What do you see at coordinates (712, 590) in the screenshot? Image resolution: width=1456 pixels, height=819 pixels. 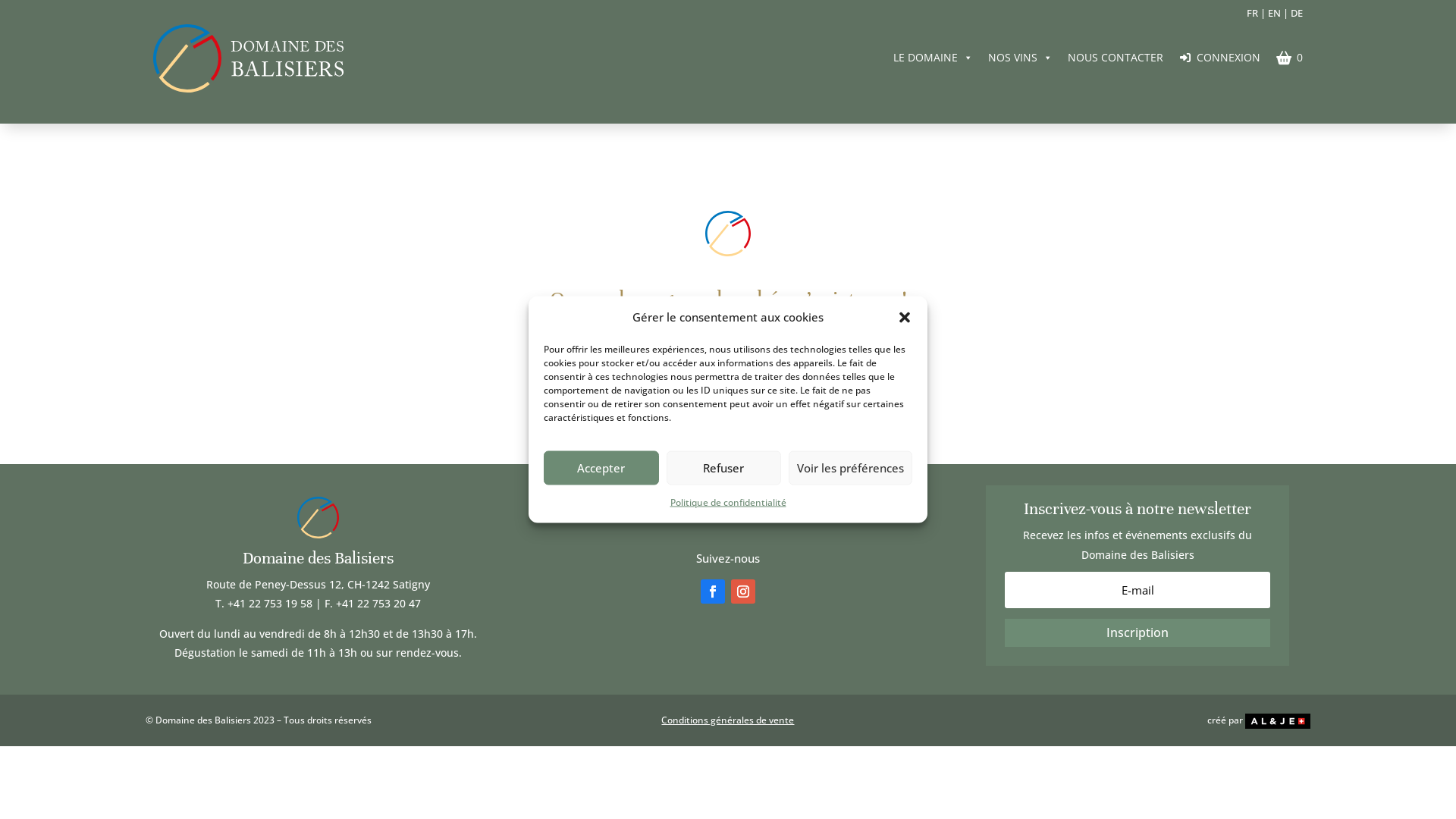 I see `'Suivez sur Facebook'` at bounding box center [712, 590].